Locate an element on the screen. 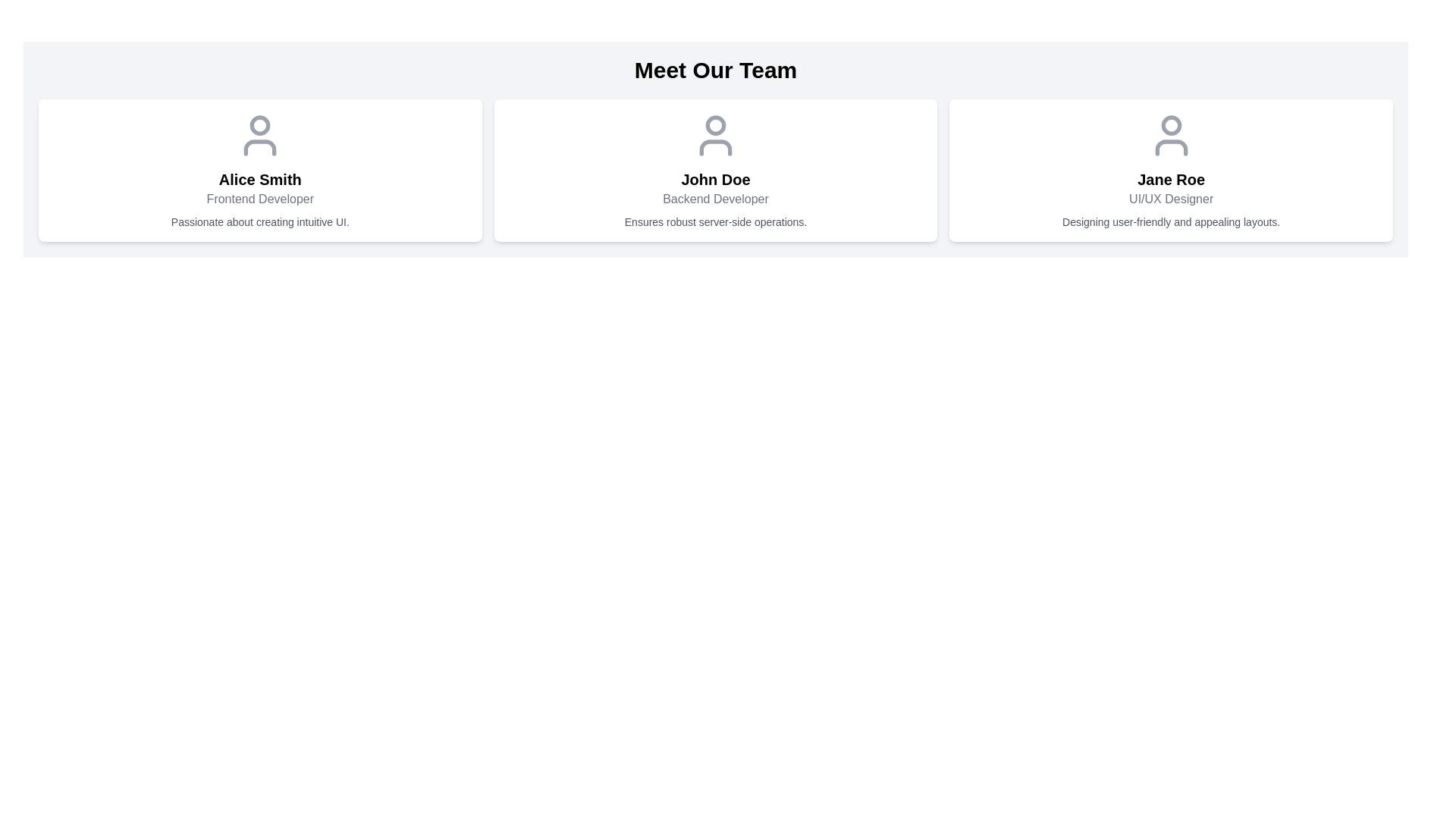 The height and width of the screenshot is (819, 1456). the user profile icon of 'Jane Roe', which is a large circular avatar image with a gray color tone, located in the upper center region of her card is located at coordinates (1170, 134).